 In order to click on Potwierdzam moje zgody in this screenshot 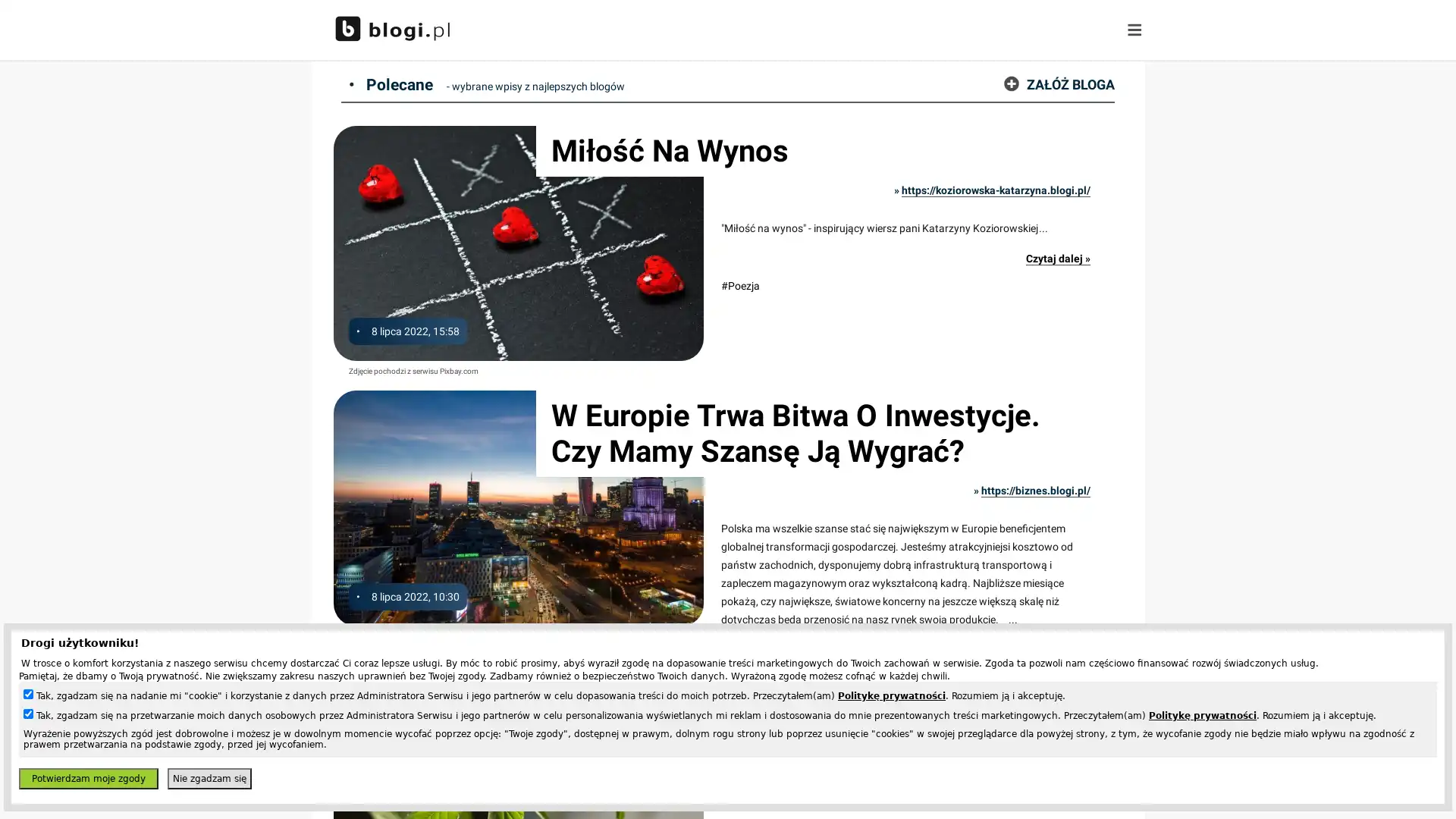, I will do `click(87, 778)`.